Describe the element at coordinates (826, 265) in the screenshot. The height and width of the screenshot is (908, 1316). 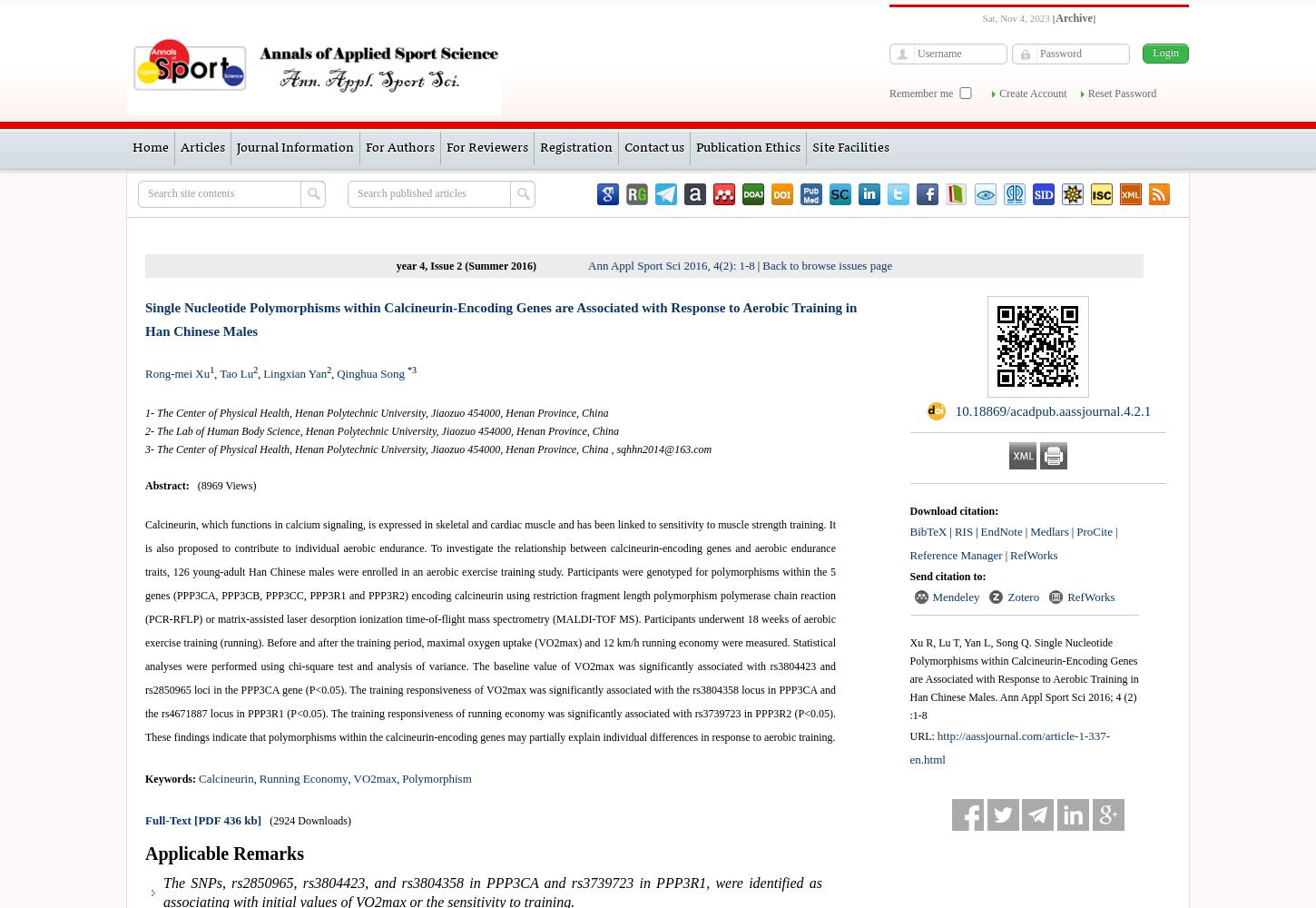
I see `'Back to browse issues page'` at that location.